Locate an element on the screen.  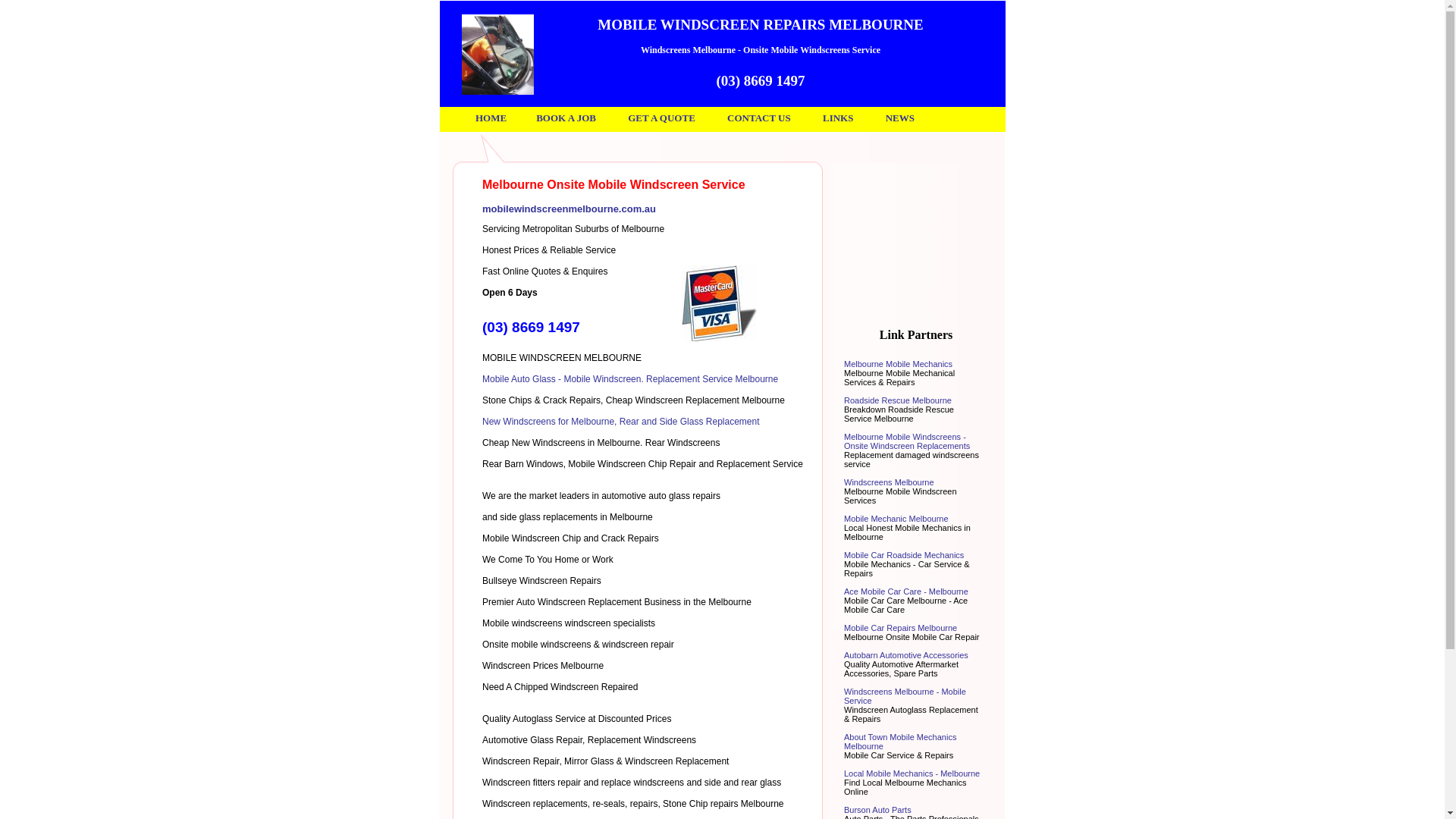
'Mobile Mechanic Melbourne' is located at coordinates (843, 517).